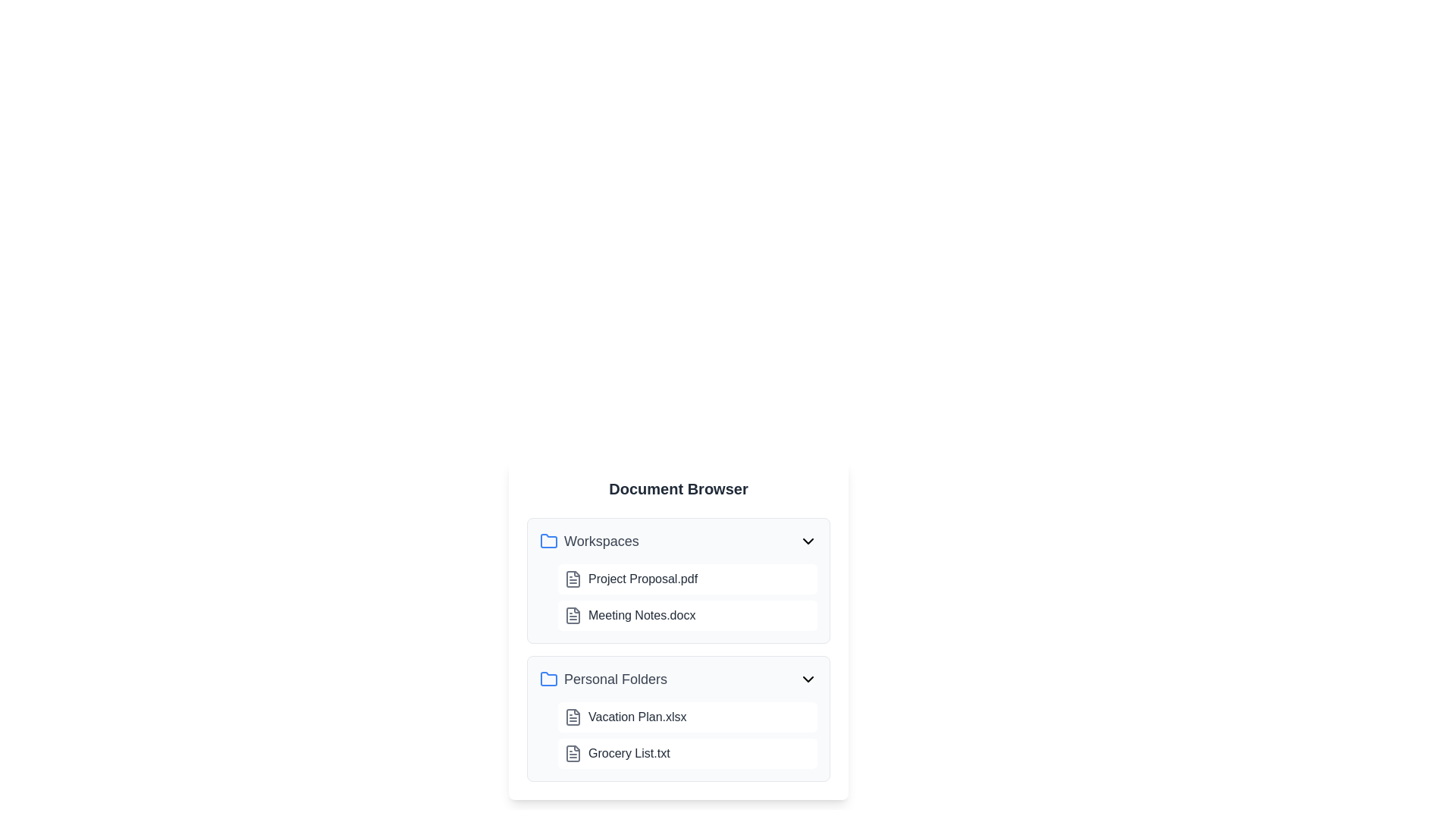 The image size is (1456, 819). Describe the element at coordinates (687, 579) in the screenshot. I see `to select the List item representing the file 'Project Proposal.pdf', which is the first item listed under the 'Workspaces' section in the 'Document Browser' interface` at that location.